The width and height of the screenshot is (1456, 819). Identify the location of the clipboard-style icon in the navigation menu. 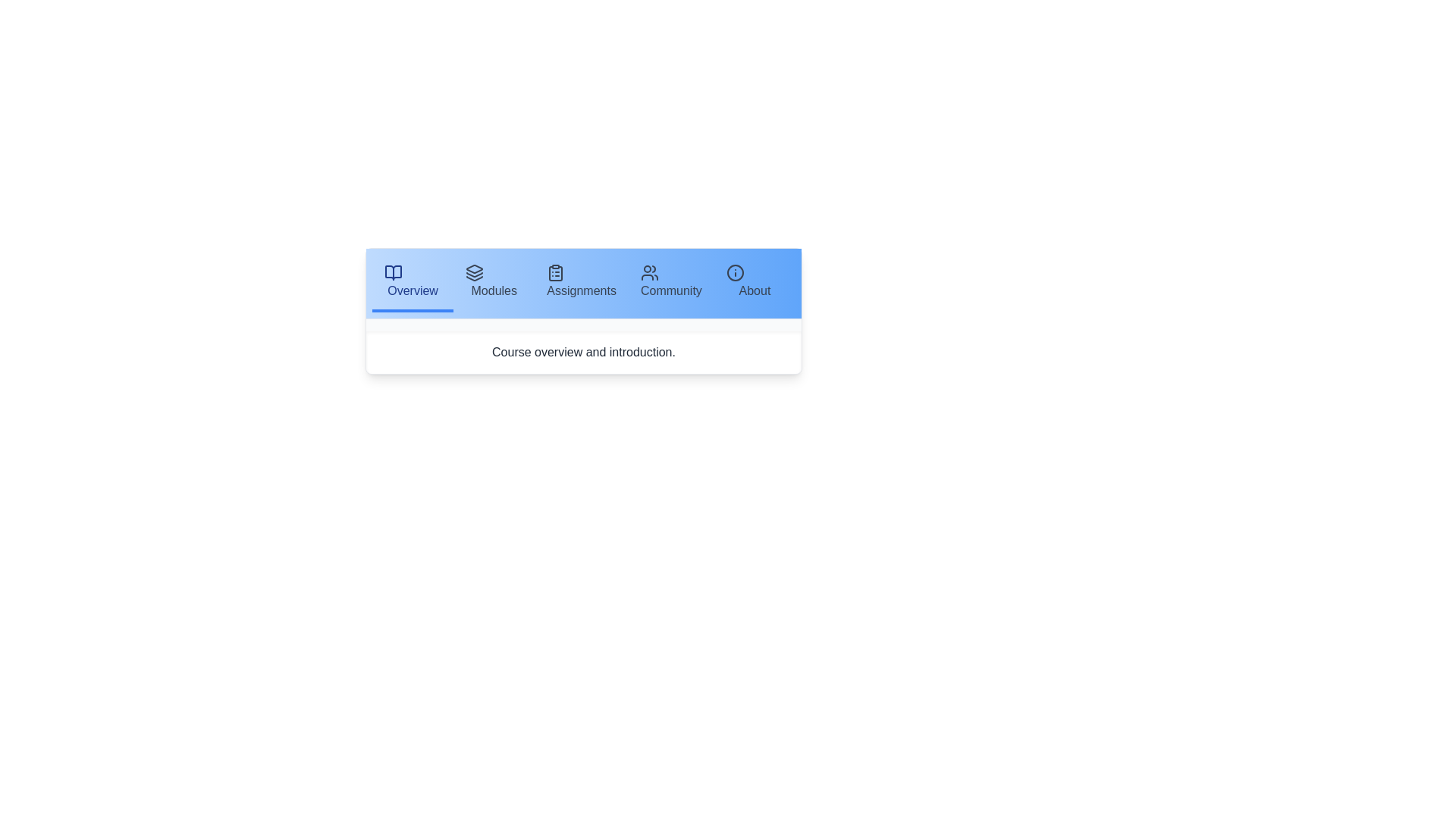
(555, 274).